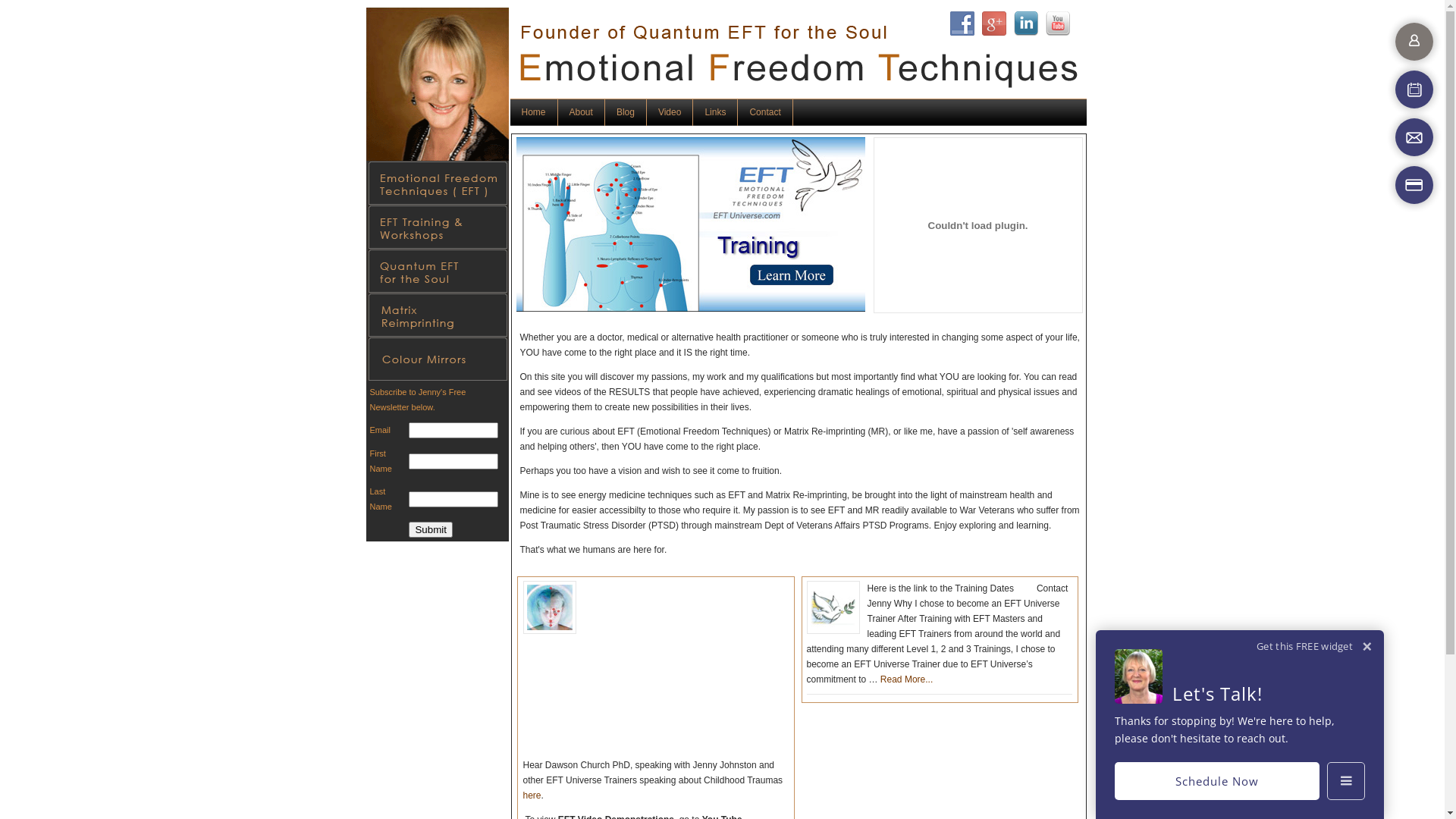 Image resolution: width=1456 pixels, height=819 pixels. Describe the element at coordinates (429, 529) in the screenshot. I see `'Submit'` at that location.